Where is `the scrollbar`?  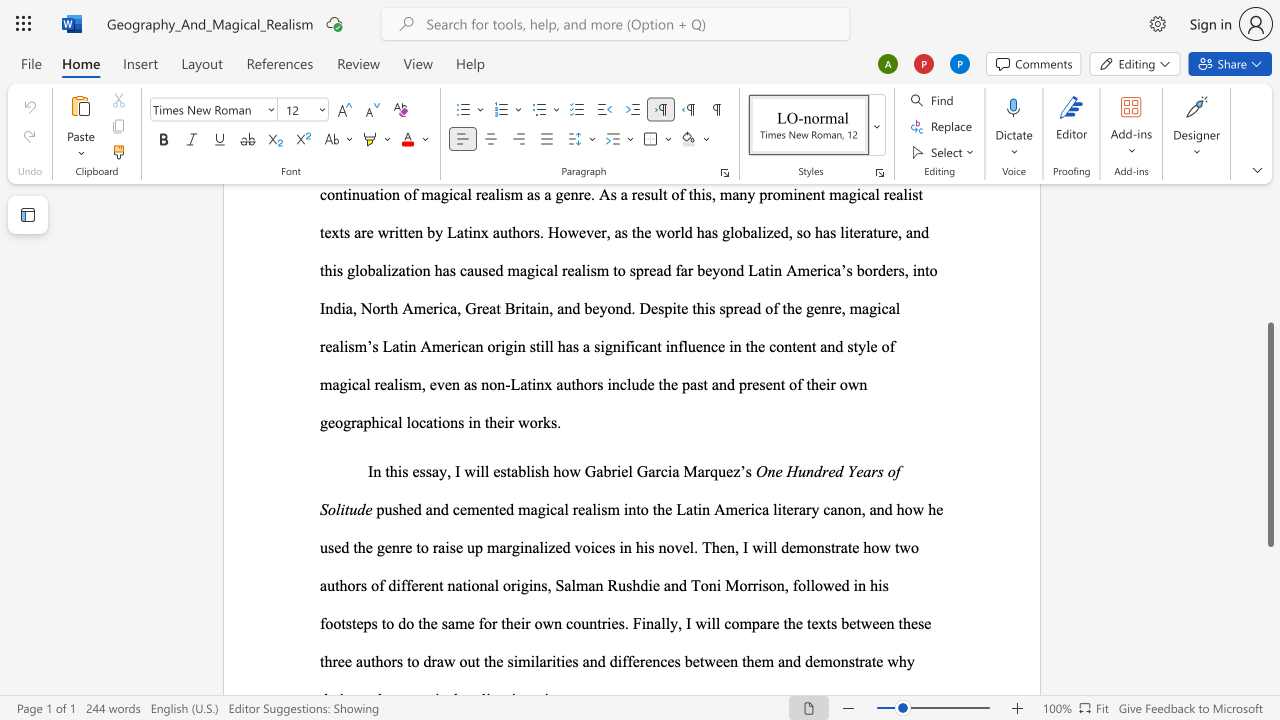
the scrollbar is located at coordinates (1269, 220).